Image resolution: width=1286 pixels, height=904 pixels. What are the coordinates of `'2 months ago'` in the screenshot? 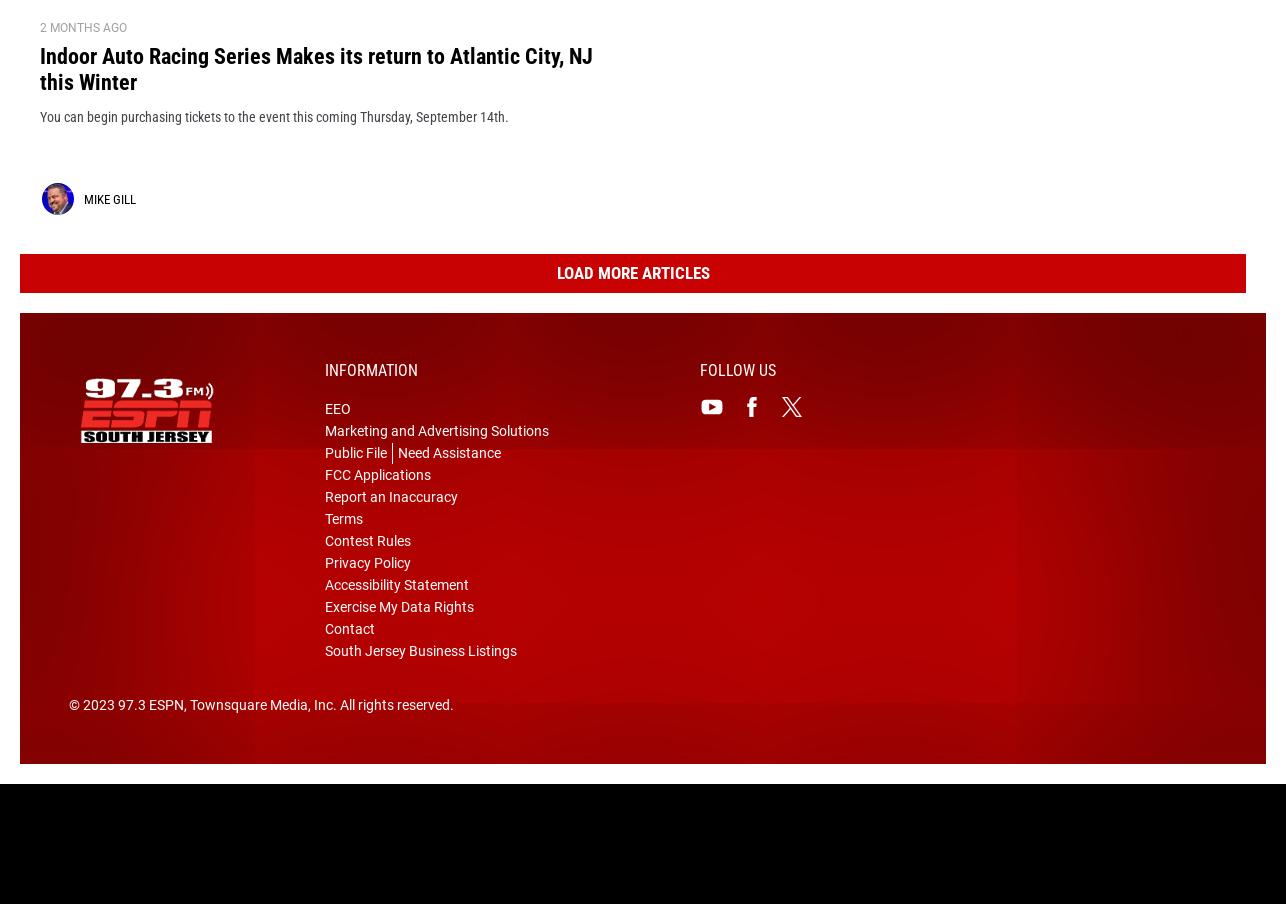 It's located at (83, 60).